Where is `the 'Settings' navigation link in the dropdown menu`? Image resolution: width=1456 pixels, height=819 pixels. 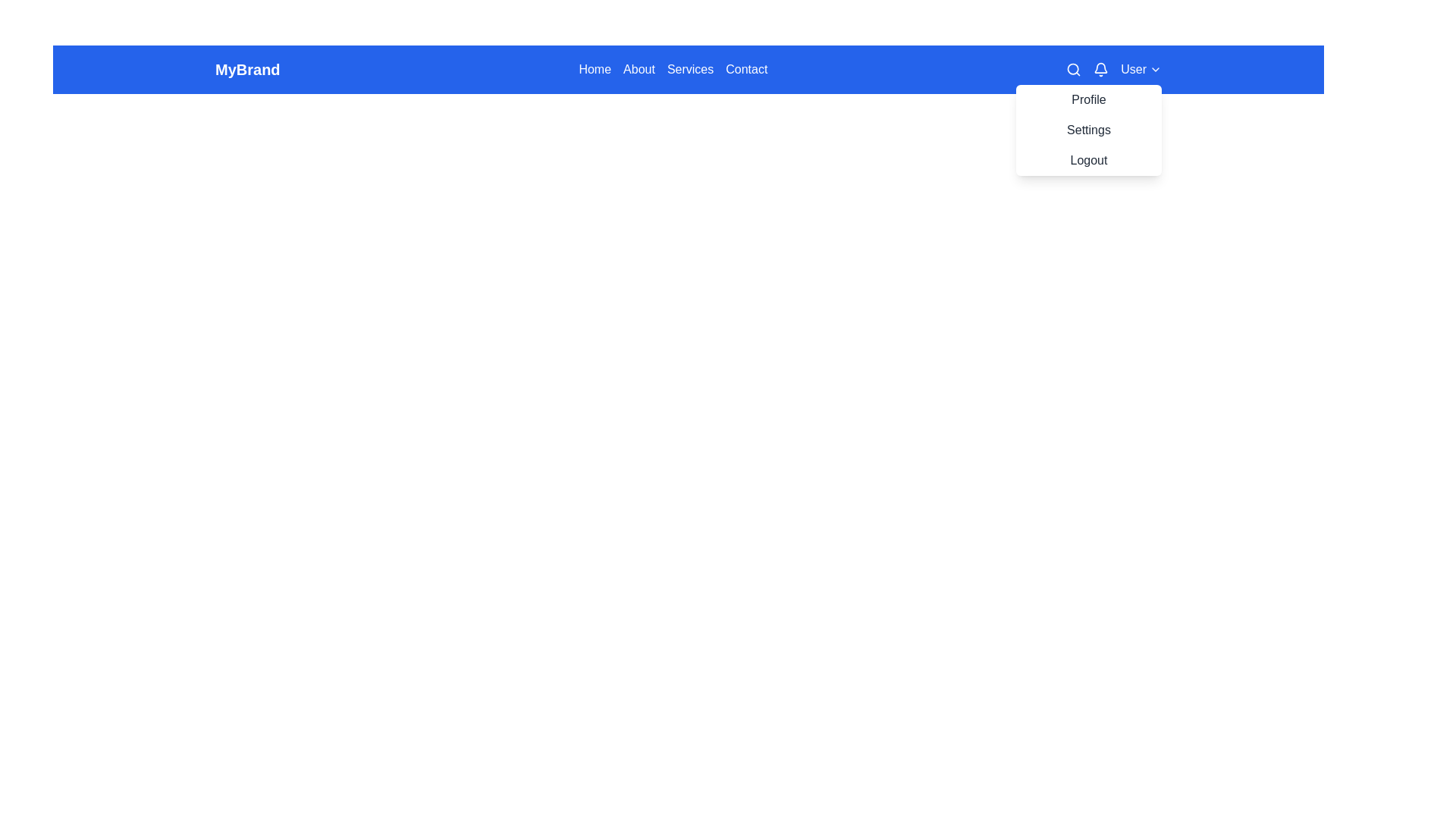 the 'Settings' navigation link in the dropdown menu is located at coordinates (1087, 130).